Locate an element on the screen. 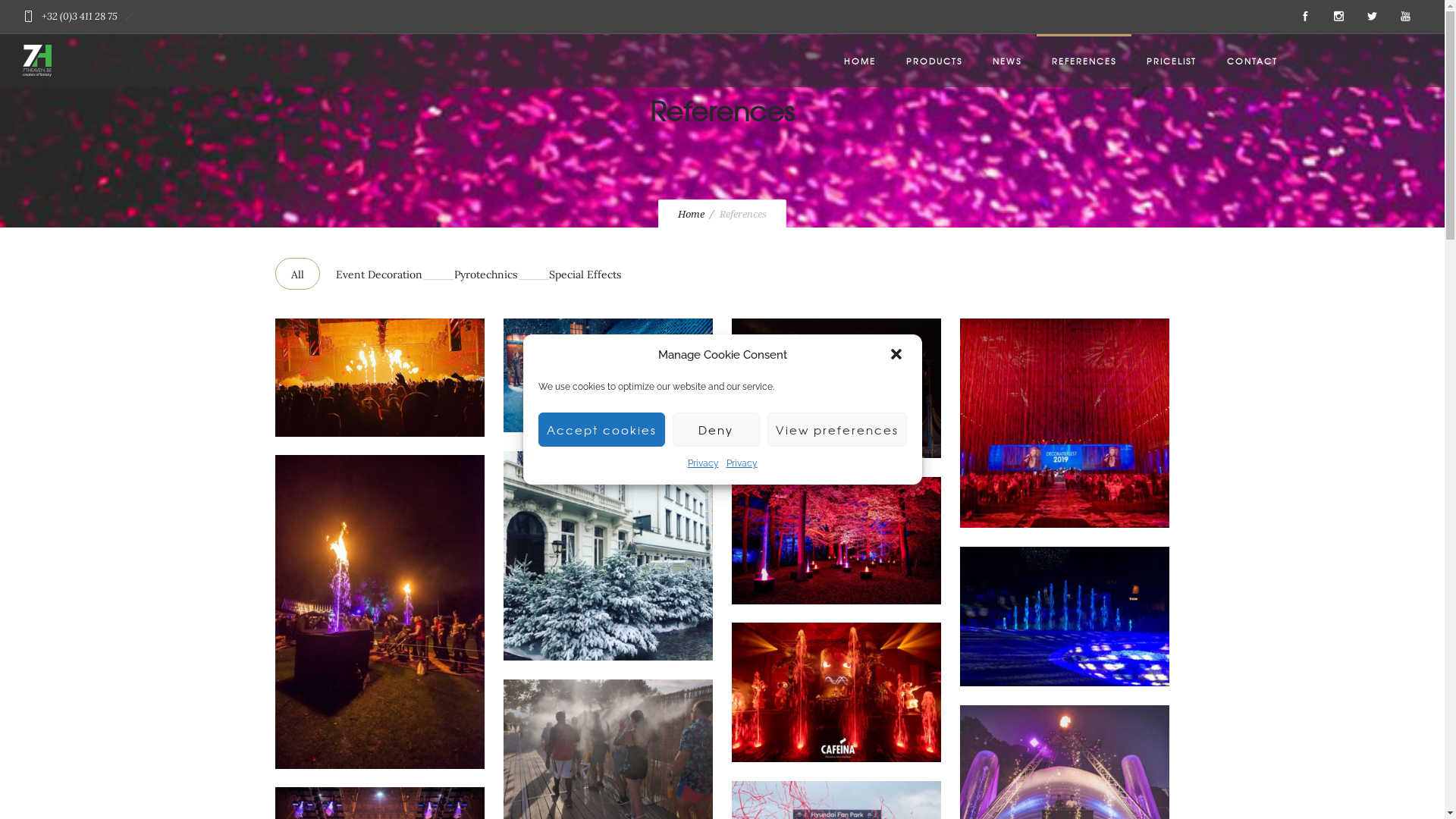 The image size is (1456, 819). 'HOME' is located at coordinates (859, 60).